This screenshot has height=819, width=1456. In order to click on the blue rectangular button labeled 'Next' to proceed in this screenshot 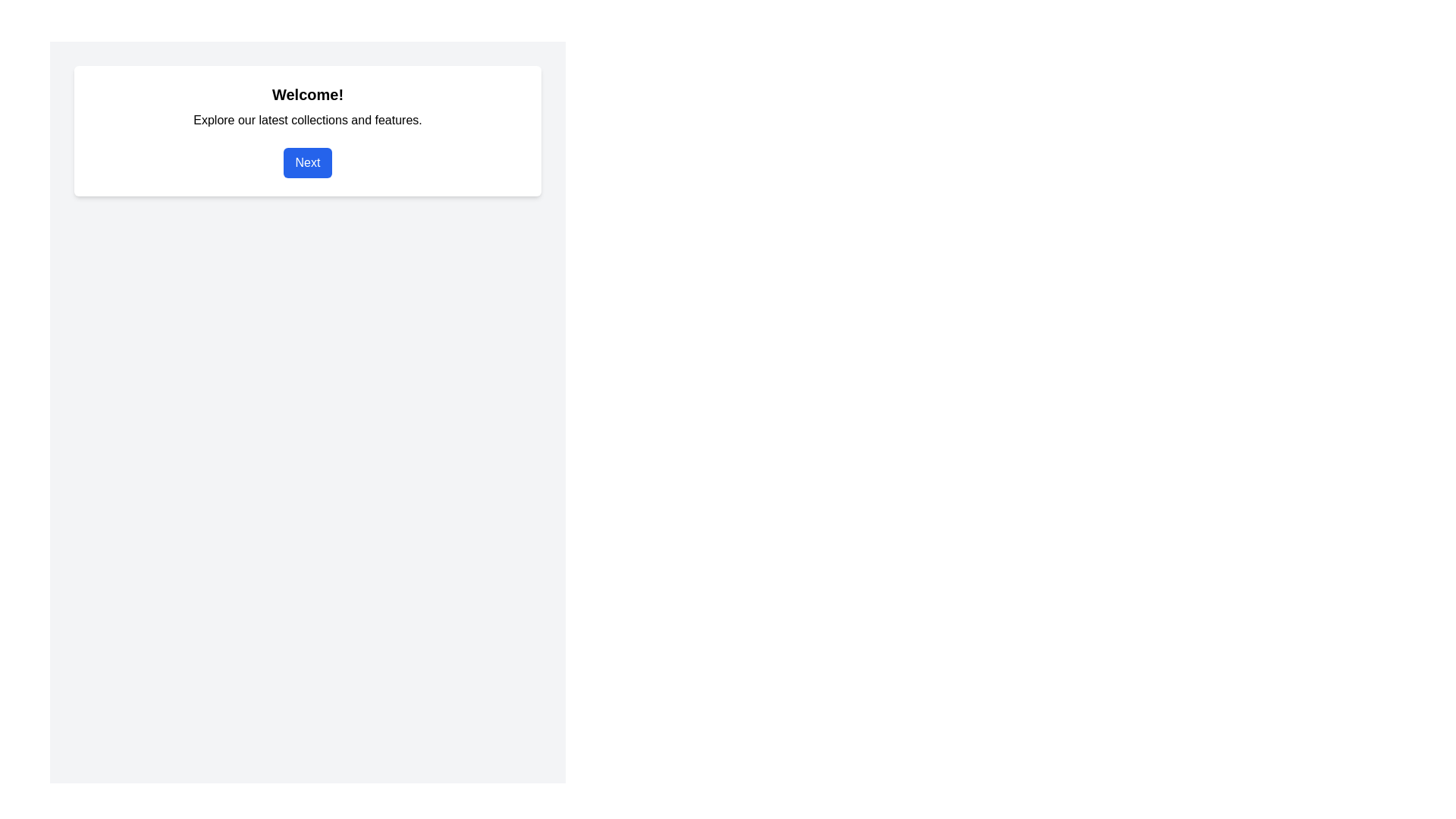, I will do `click(307, 163)`.